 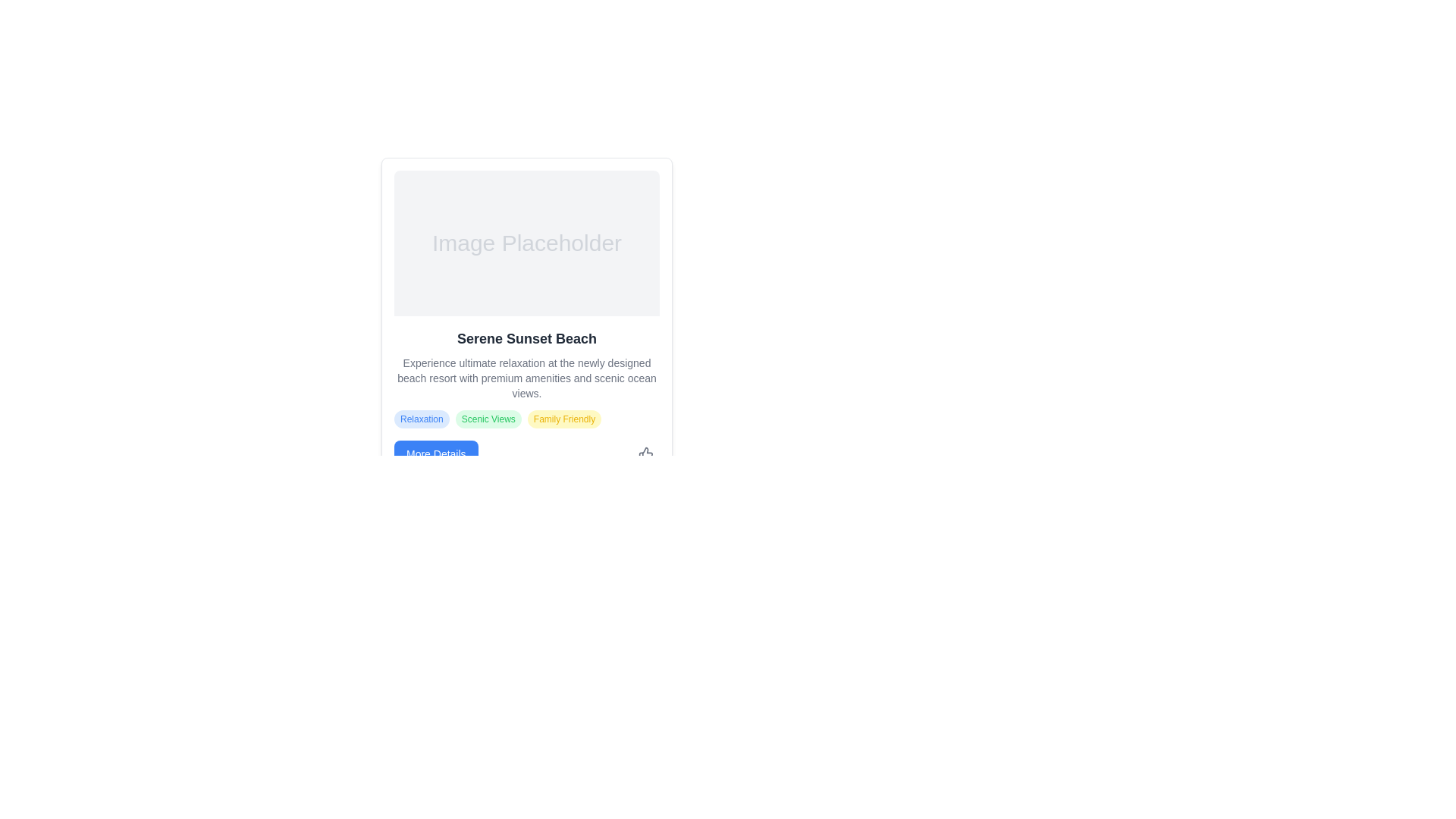 What do you see at coordinates (435, 453) in the screenshot?
I see `the button located in the bottom middle portion of the card, which allows users` at bounding box center [435, 453].